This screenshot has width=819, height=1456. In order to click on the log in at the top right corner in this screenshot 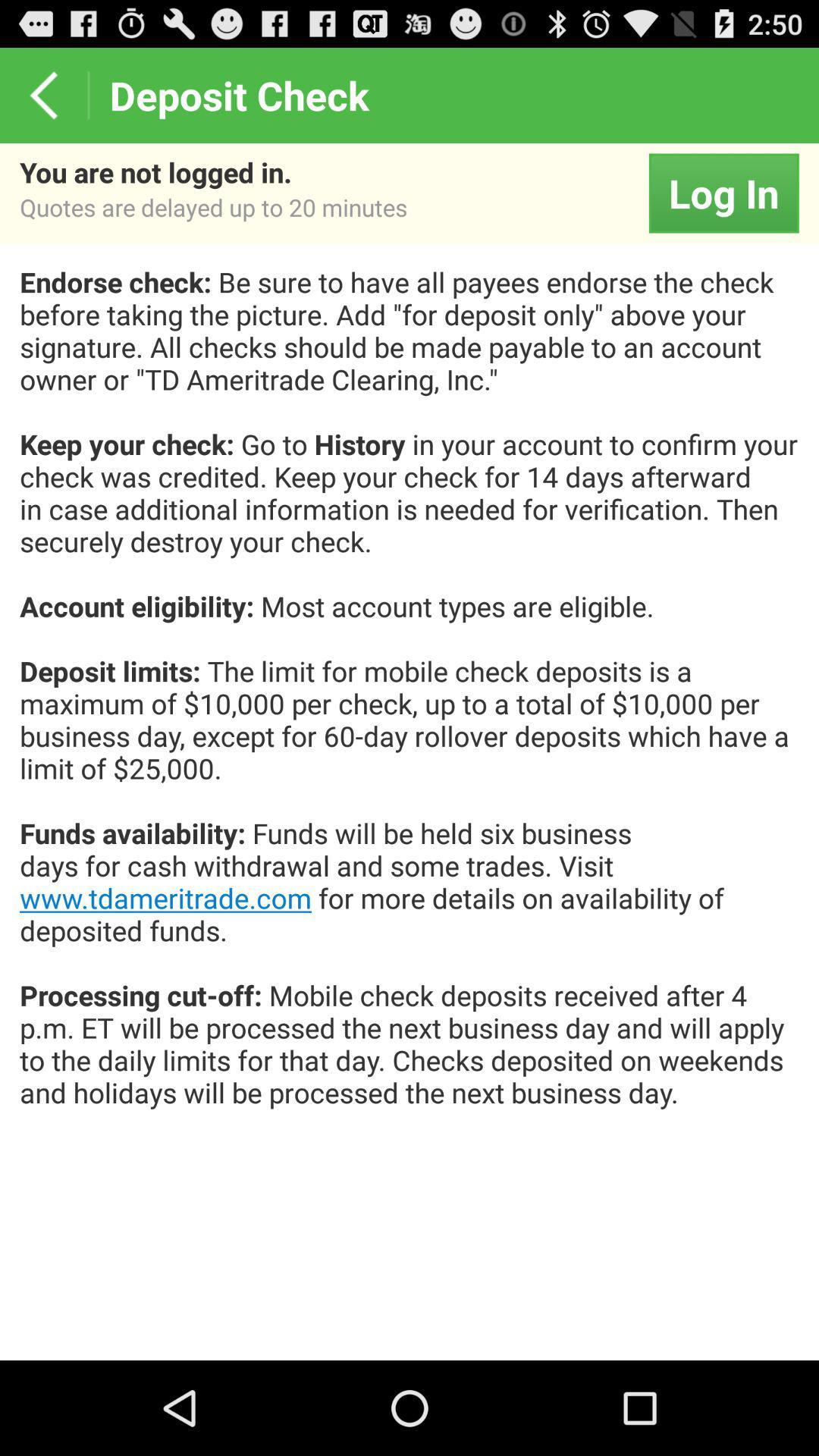, I will do `click(723, 192)`.